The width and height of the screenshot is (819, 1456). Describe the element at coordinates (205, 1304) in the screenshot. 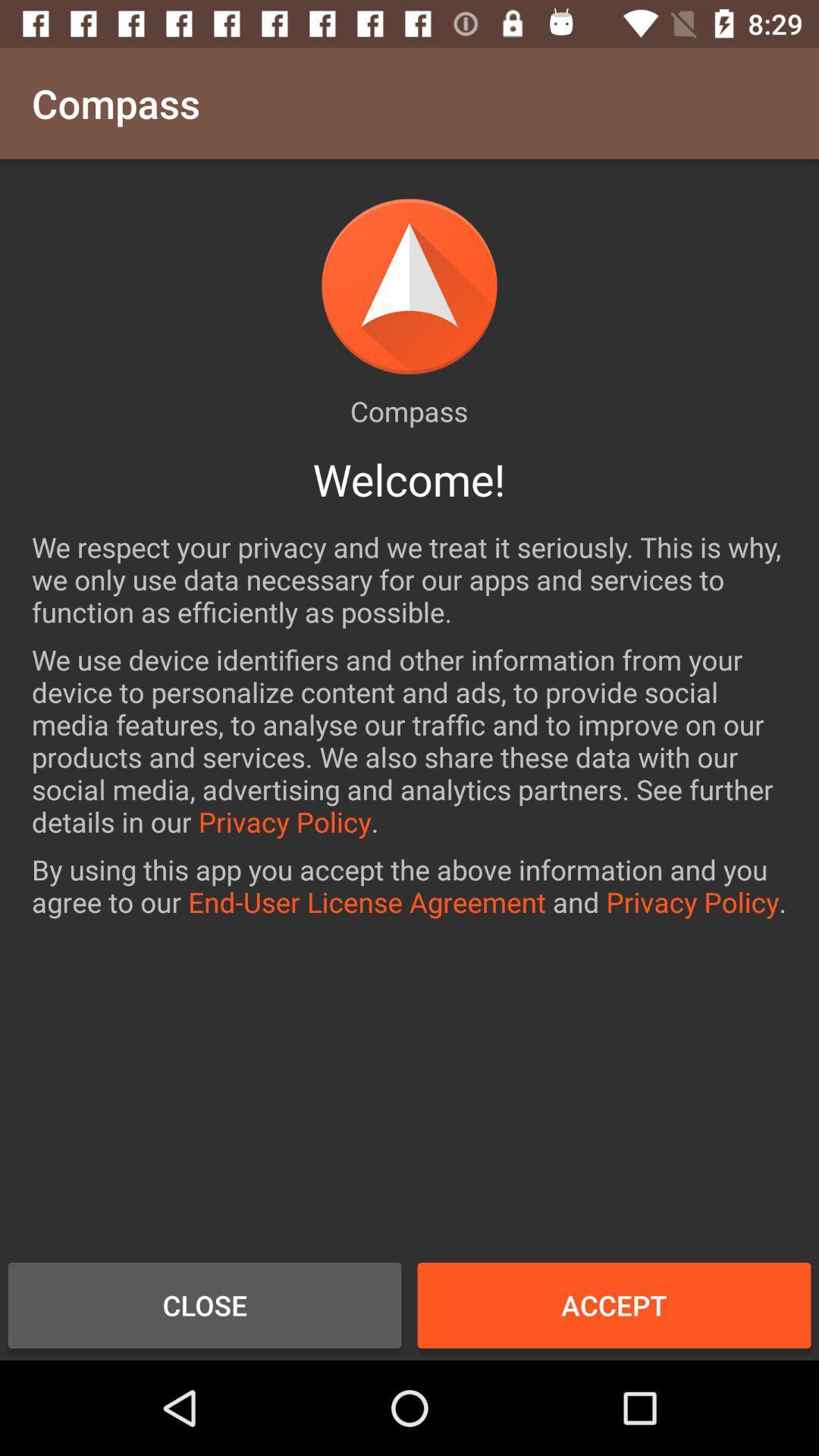

I see `item at the bottom left corner` at that location.